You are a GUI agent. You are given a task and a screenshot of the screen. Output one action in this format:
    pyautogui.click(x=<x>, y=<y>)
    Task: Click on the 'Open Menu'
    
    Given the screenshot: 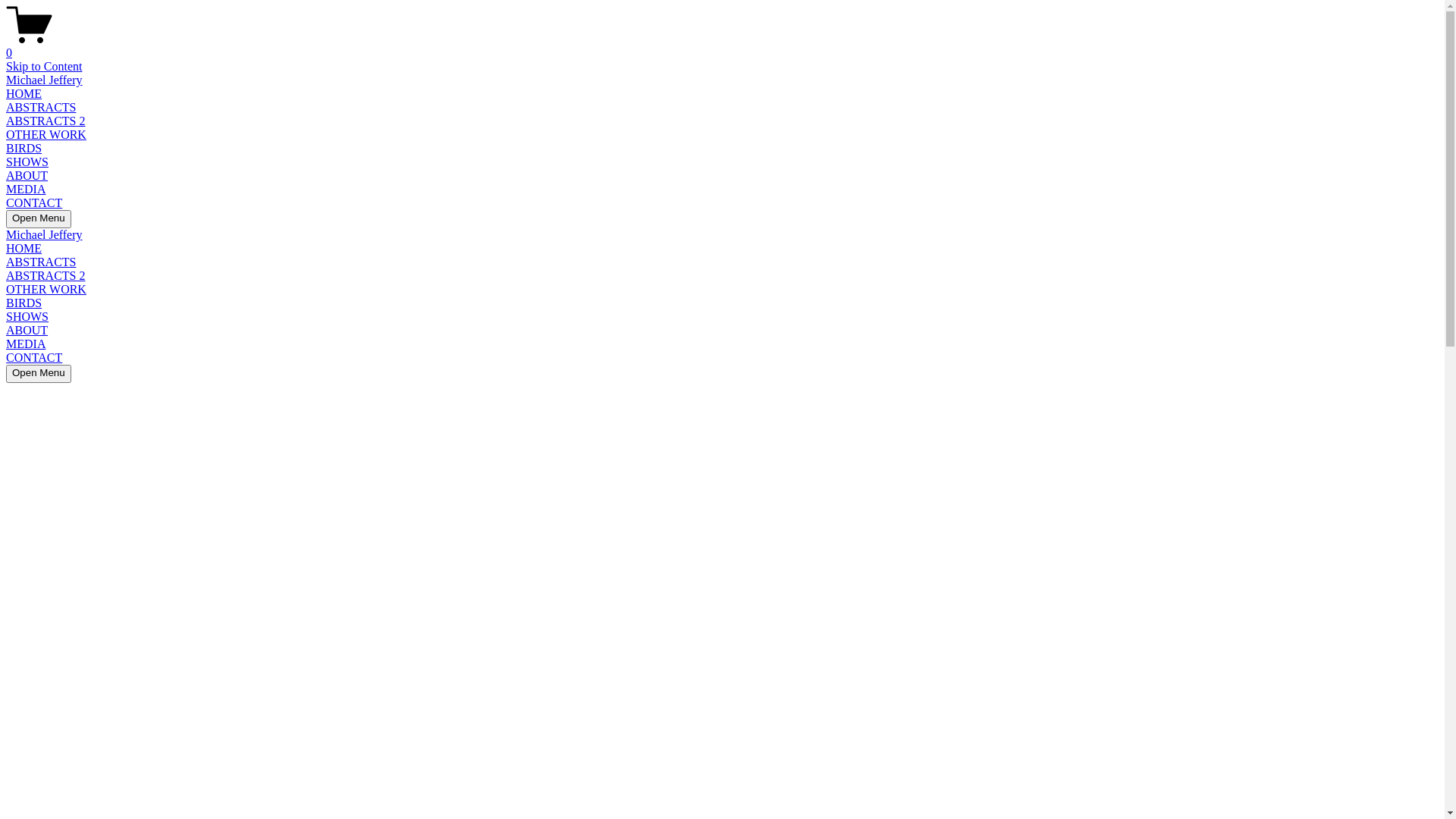 What is the action you would take?
    pyautogui.click(x=6, y=219)
    